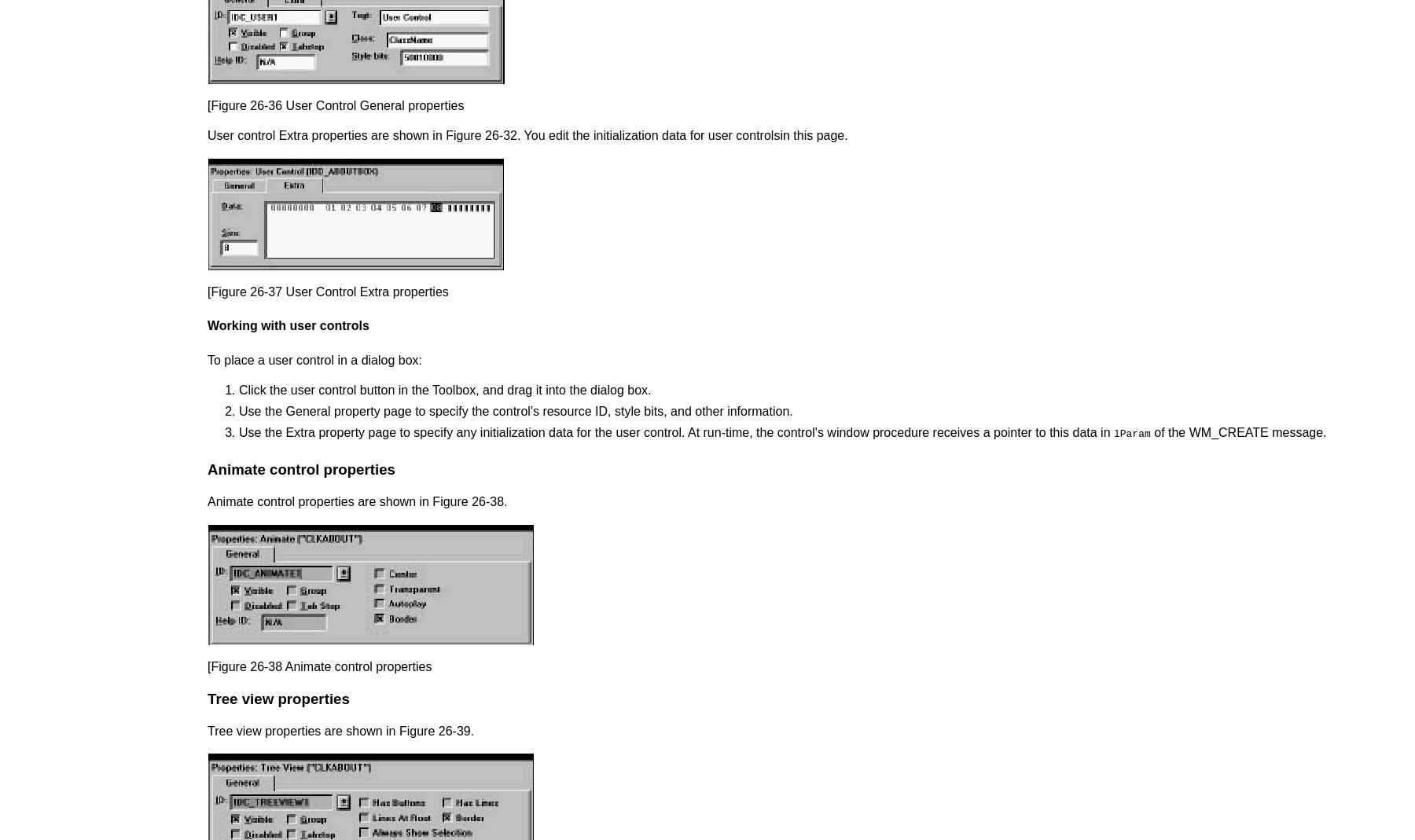  Describe the element at coordinates (278, 697) in the screenshot. I see `'Tree view properties'` at that location.